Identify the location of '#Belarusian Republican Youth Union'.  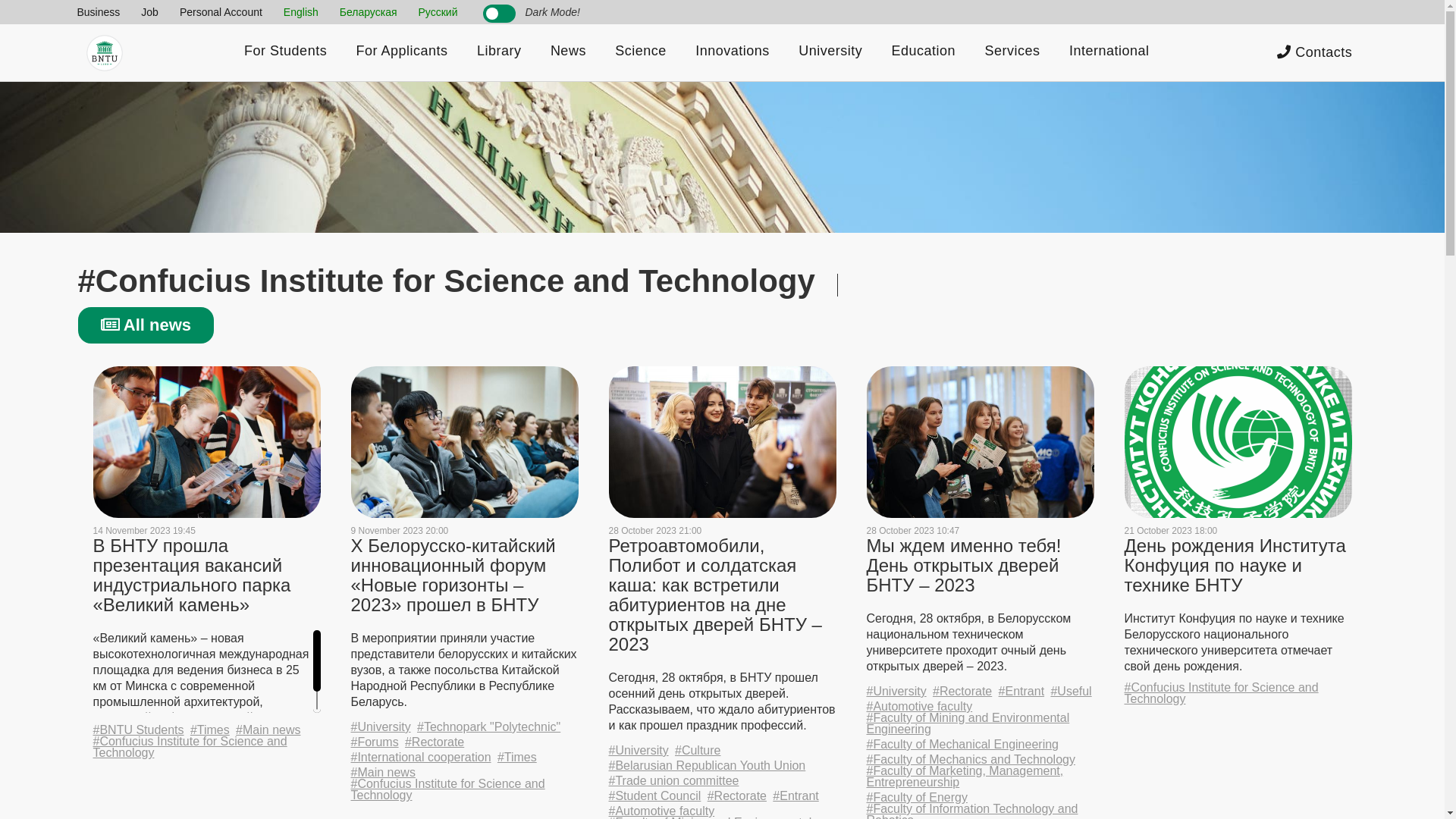
(705, 765).